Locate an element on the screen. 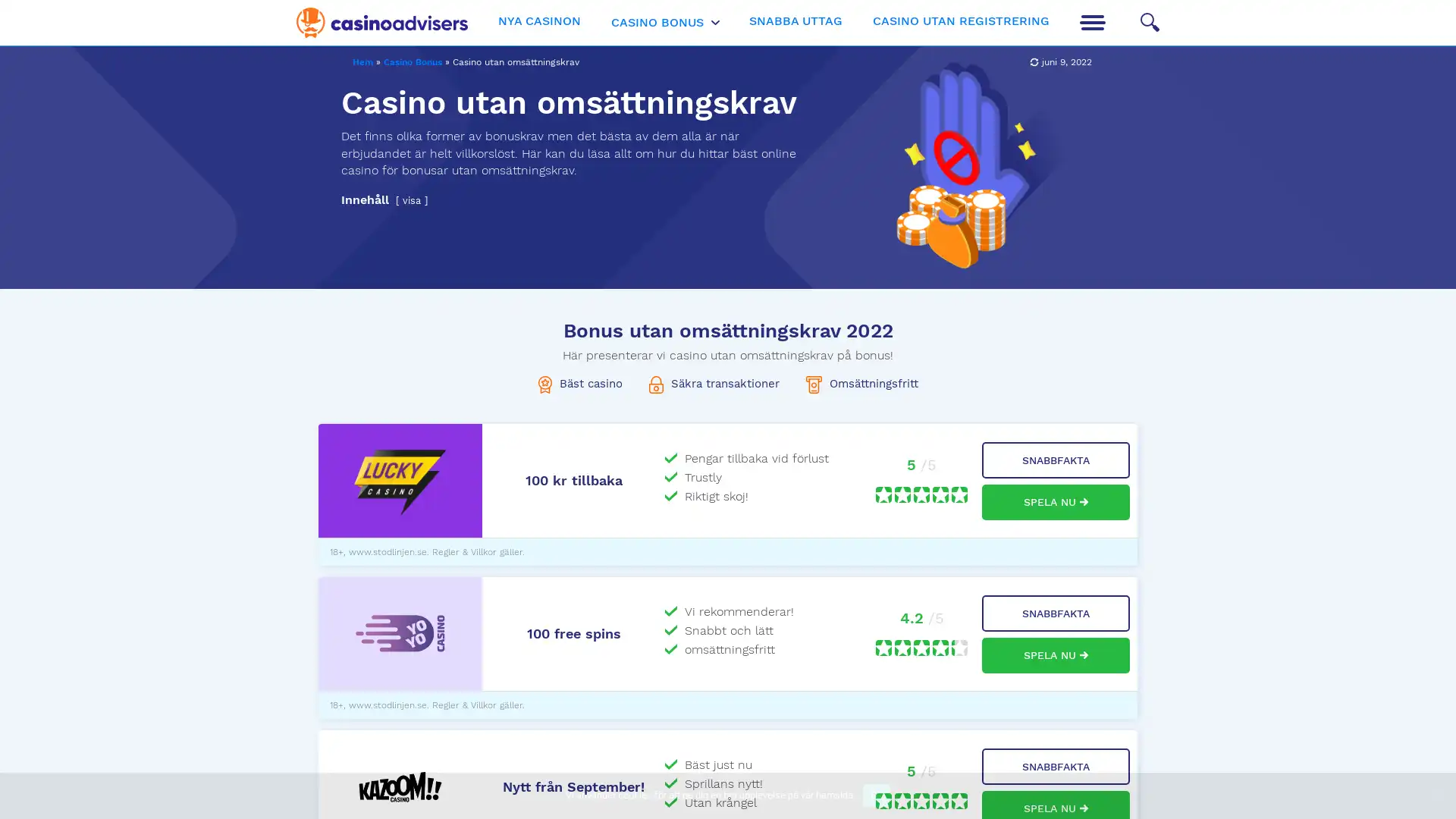 This screenshot has height=819, width=1456. SNABBFAKTA is located at coordinates (1054, 613).